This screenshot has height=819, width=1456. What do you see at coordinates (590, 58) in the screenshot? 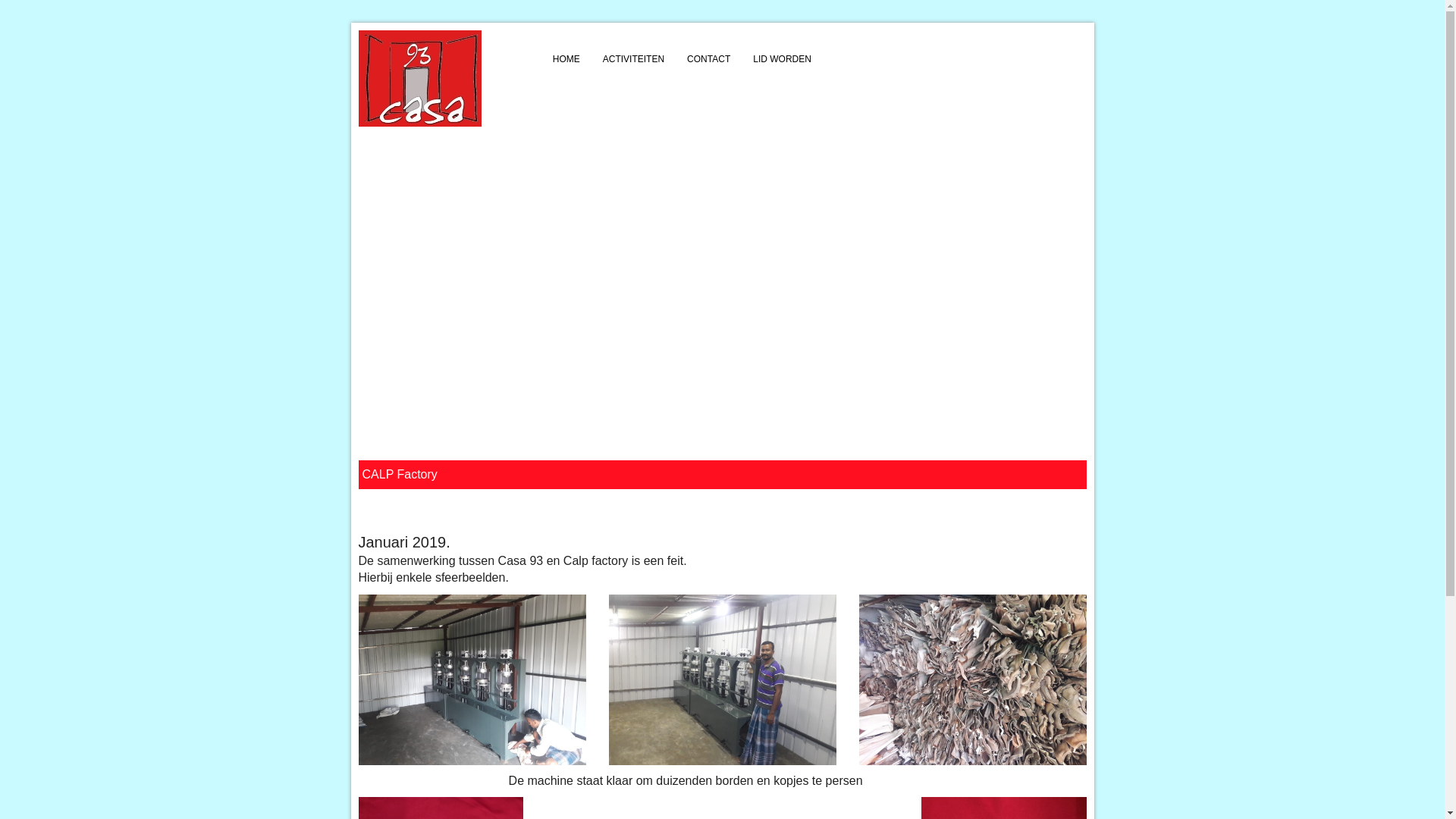
I see `'ACTIVITEITEN'` at bounding box center [590, 58].